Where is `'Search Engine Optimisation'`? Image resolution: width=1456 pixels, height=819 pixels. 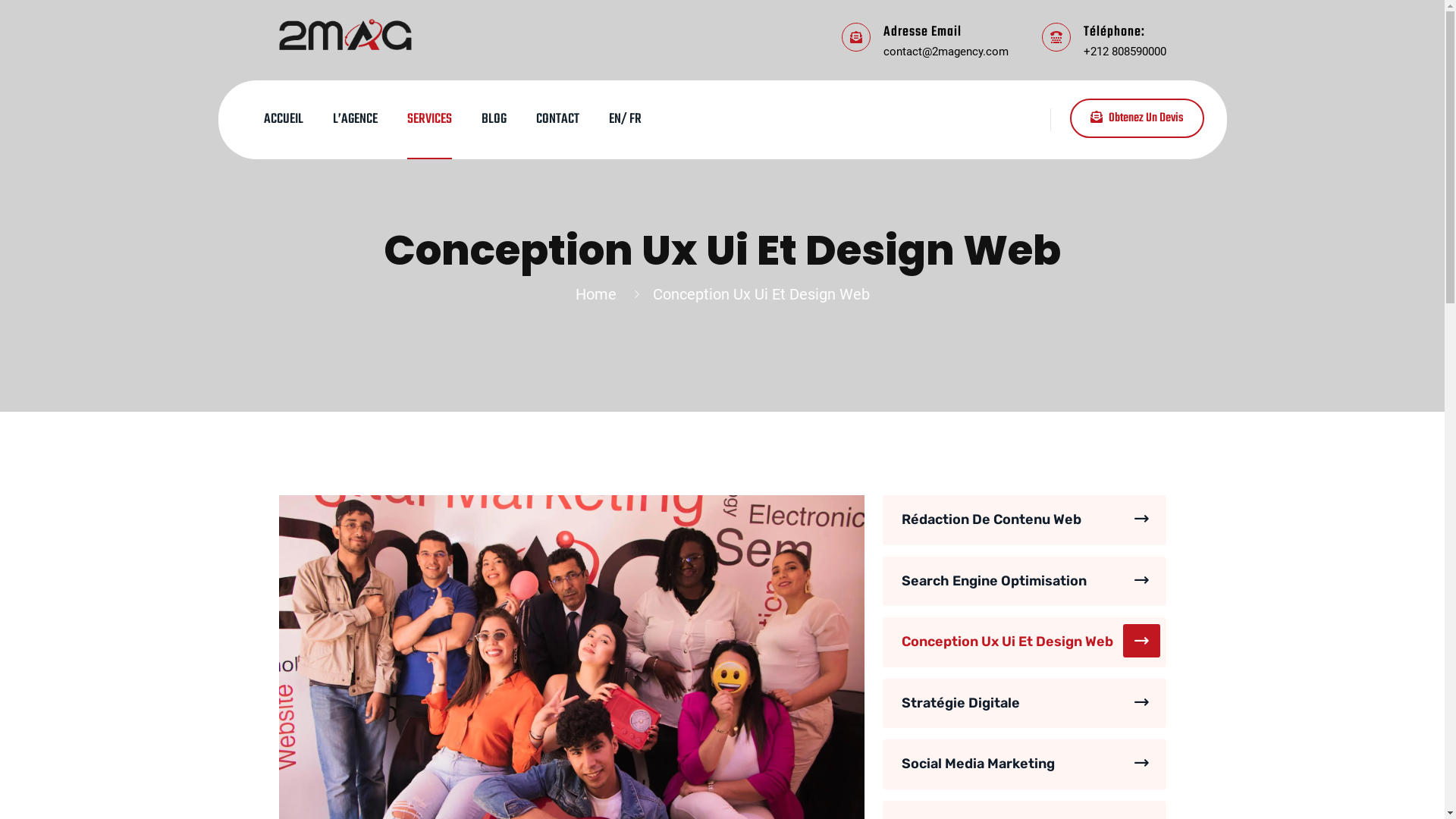 'Search Engine Optimisation' is located at coordinates (1024, 581).